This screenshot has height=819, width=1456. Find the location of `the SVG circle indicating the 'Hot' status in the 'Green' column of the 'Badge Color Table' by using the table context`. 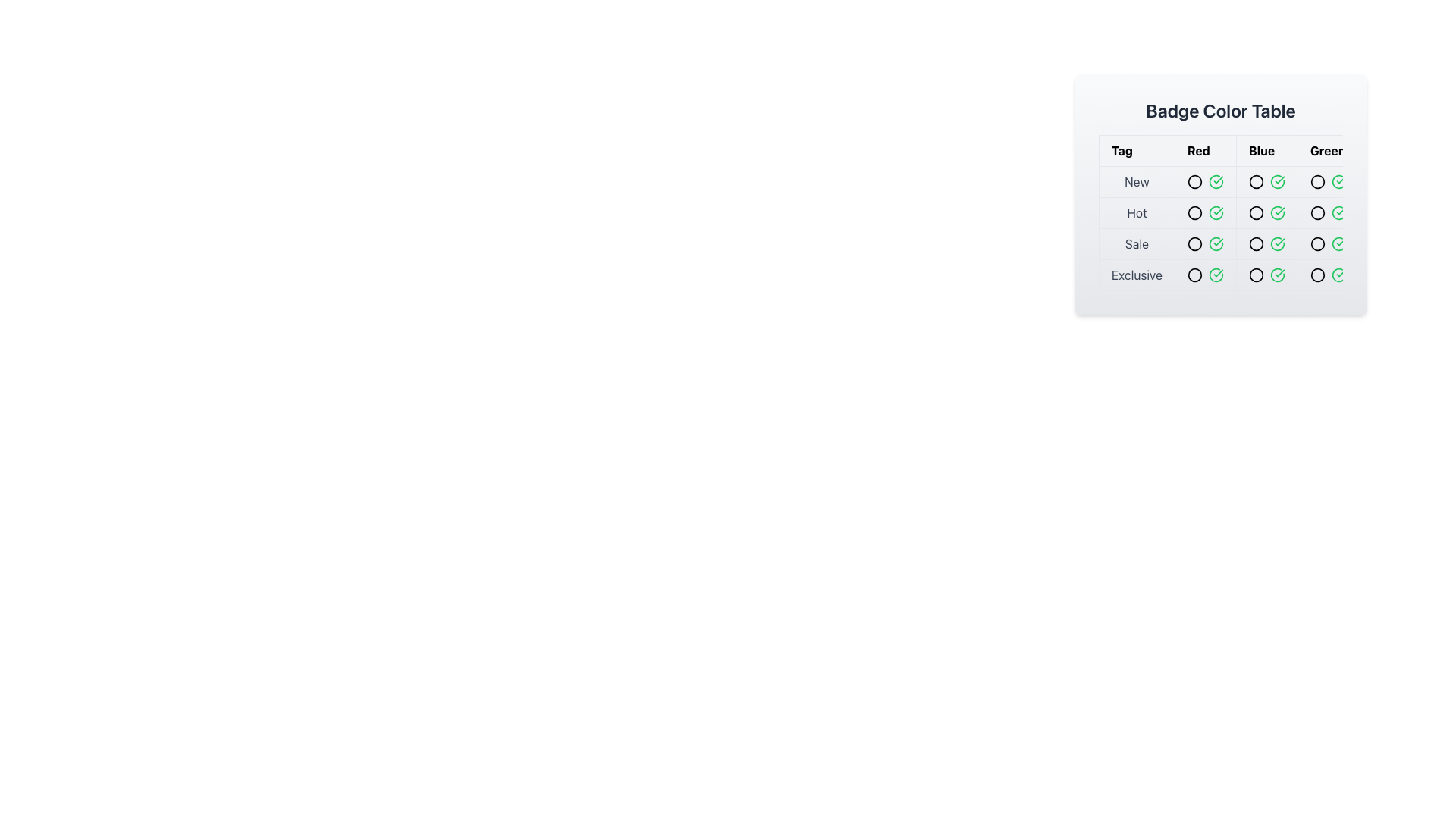

the SVG circle indicating the 'Hot' status in the 'Green' column of the 'Badge Color Table' by using the table context is located at coordinates (1316, 213).